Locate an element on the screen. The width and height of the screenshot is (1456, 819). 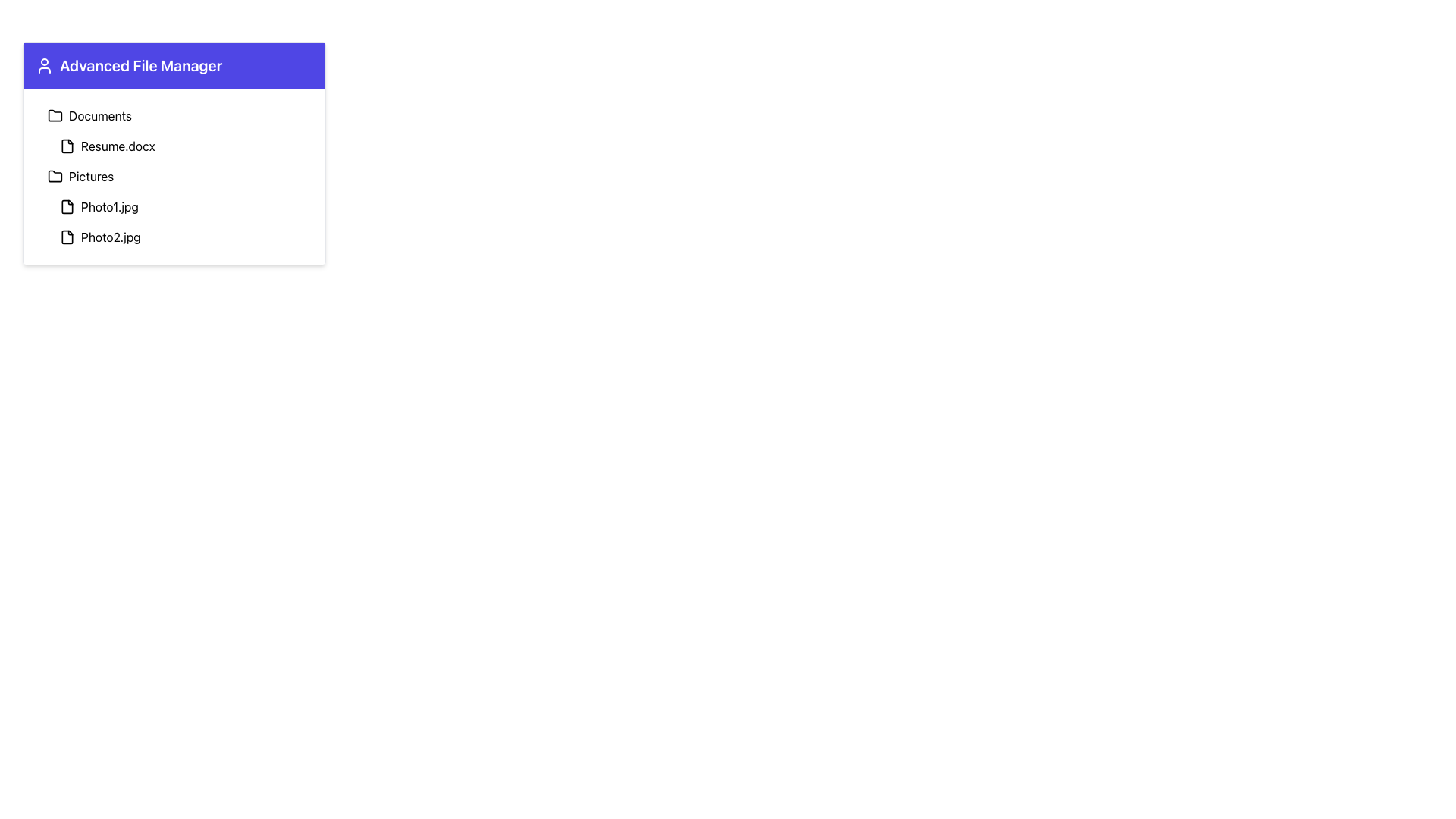
the SVG icon representing 'Resume.docx' in the 'Documents' folder is located at coordinates (67, 146).